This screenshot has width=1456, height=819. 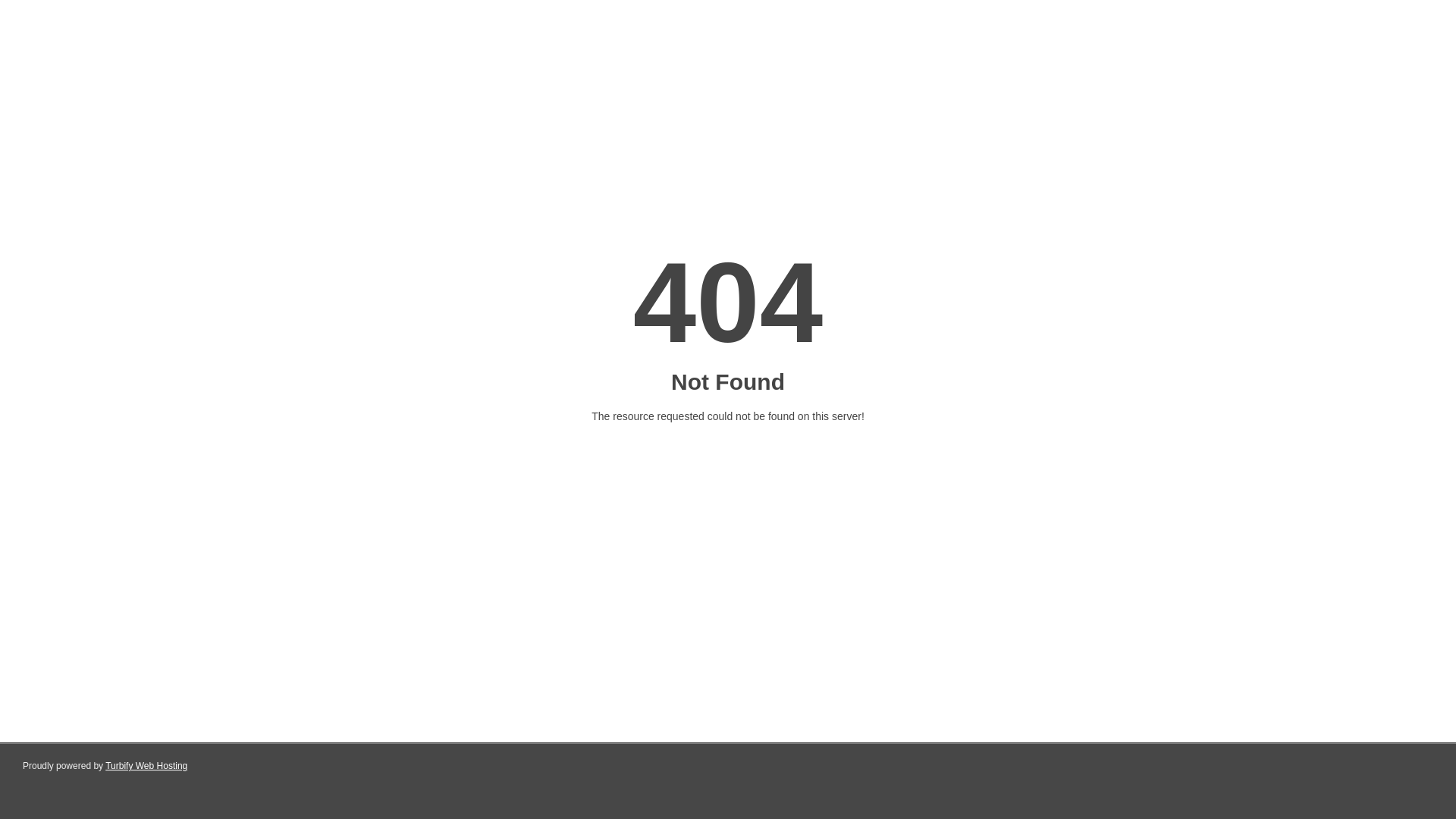 What do you see at coordinates (146, 766) in the screenshot?
I see `'Turbify Web Hosting'` at bounding box center [146, 766].